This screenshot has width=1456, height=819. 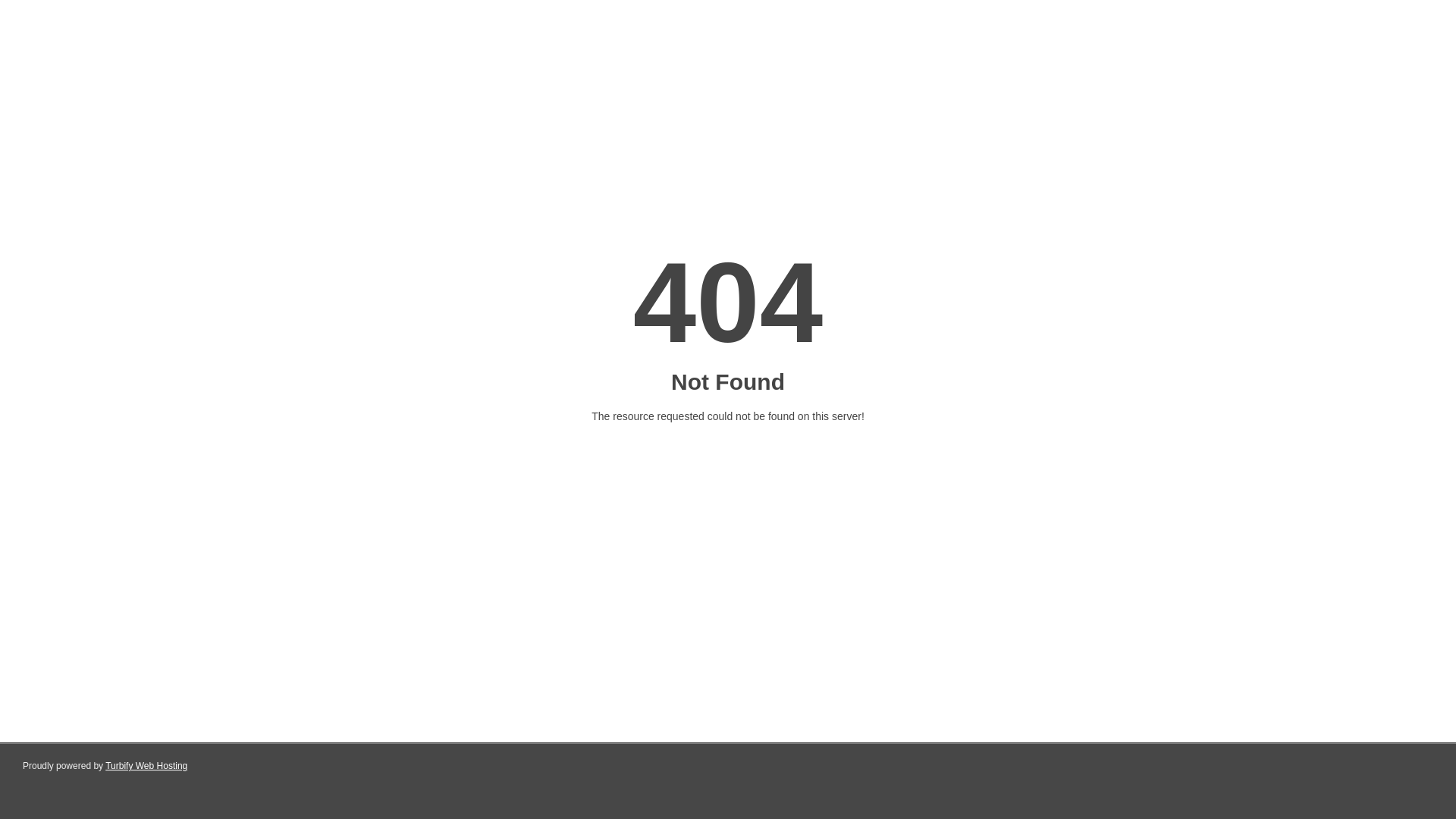 What do you see at coordinates (146, 766) in the screenshot?
I see `'Turbify Web Hosting'` at bounding box center [146, 766].